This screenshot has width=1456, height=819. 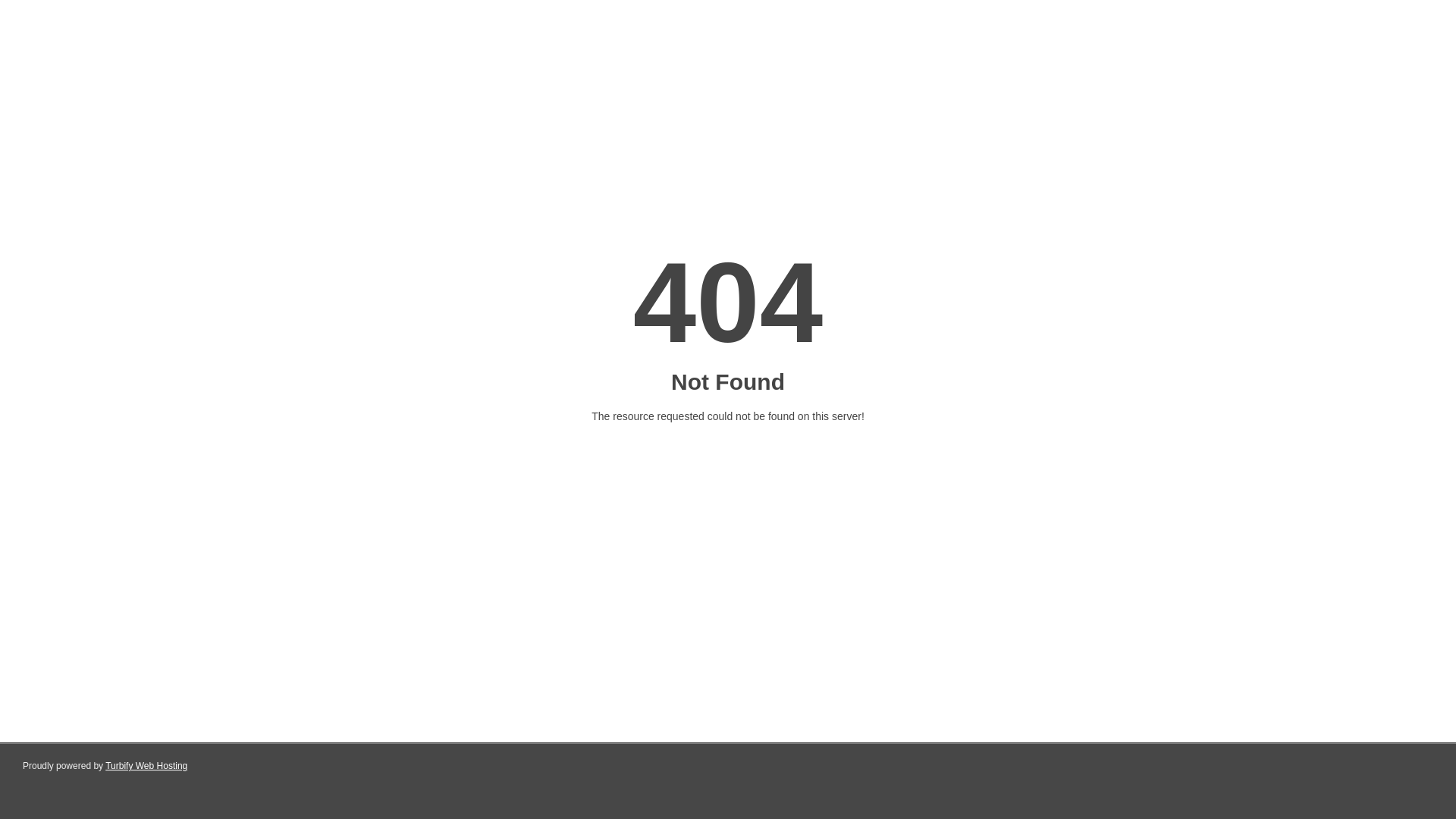 What do you see at coordinates (146, 766) in the screenshot?
I see `'Turbify Web Hosting'` at bounding box center [146, 766].